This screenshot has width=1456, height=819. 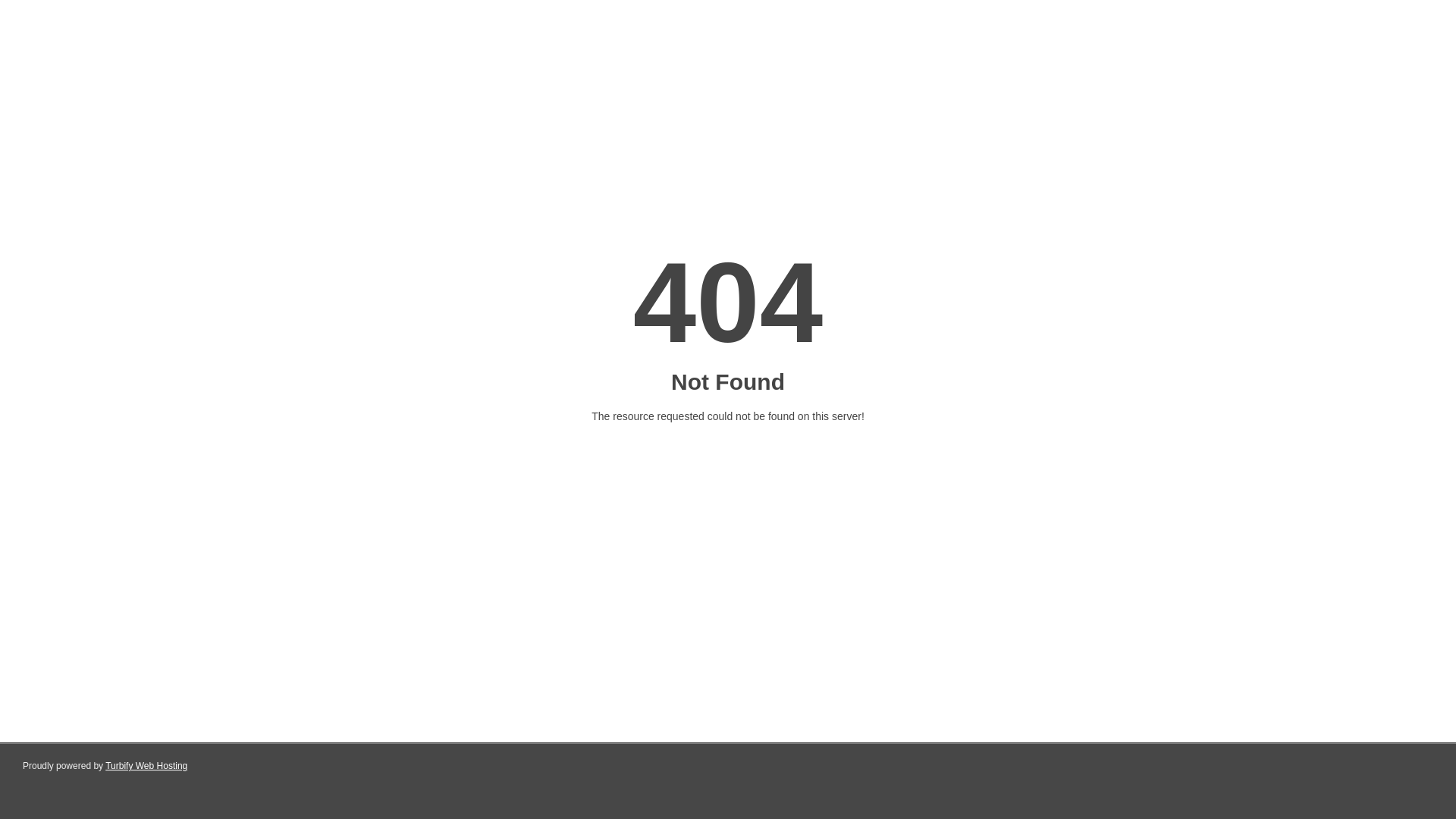 What do you see at coordinates (146, 766) in the screenshot?
I see `'Turbify Web Hosting'` at bounding box center [146, 766].